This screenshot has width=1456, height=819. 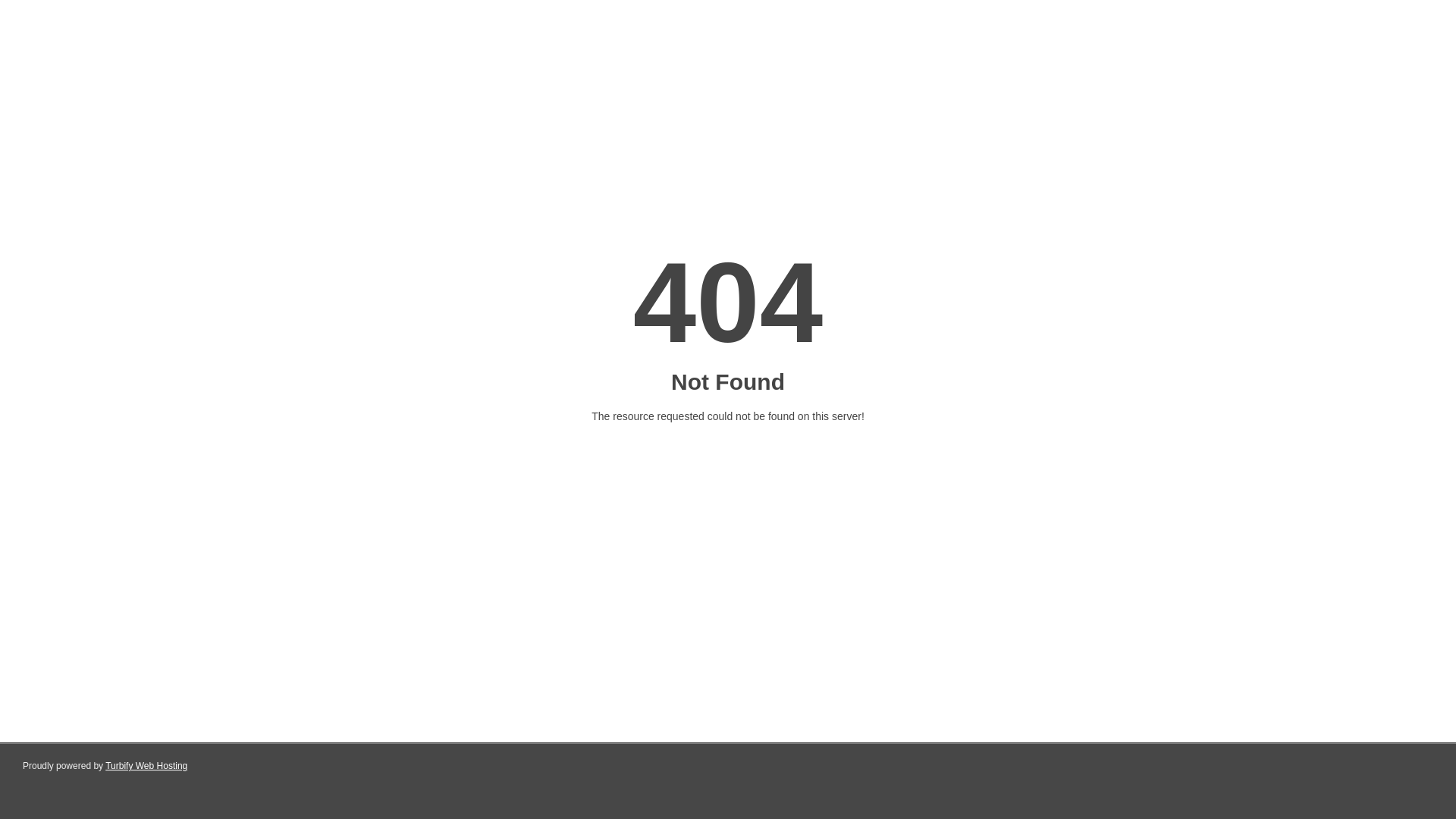 What do you see at coordinates (146, 766) in the screenshot?
I see `'Turbify Web Hosting'` at bounding box center [146, 766].